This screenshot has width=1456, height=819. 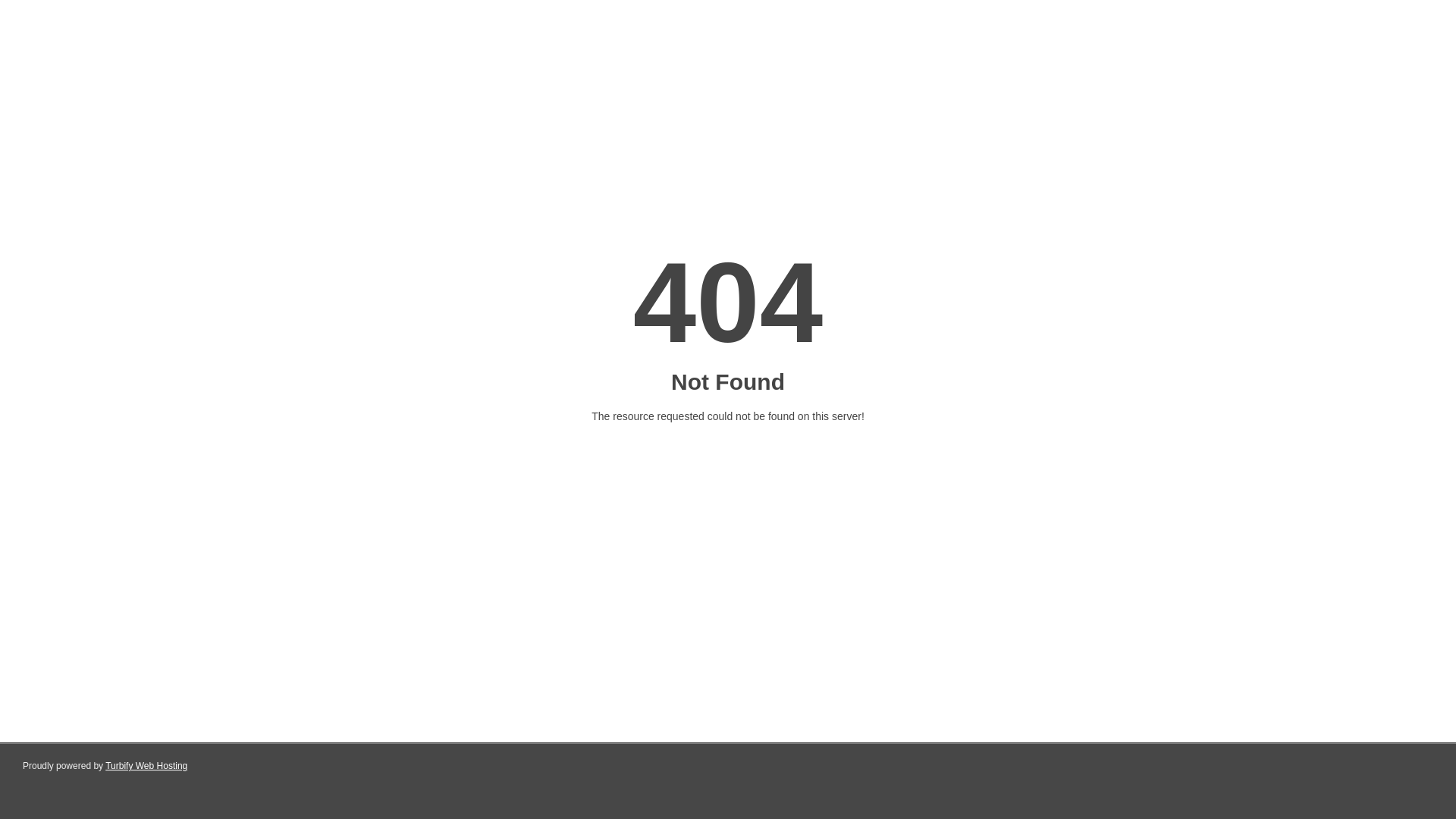 What do you see at coordinates (146, 766) in the screenshot?
I see `'Turbify Web Hosting'` at bounding box center [146, 766].